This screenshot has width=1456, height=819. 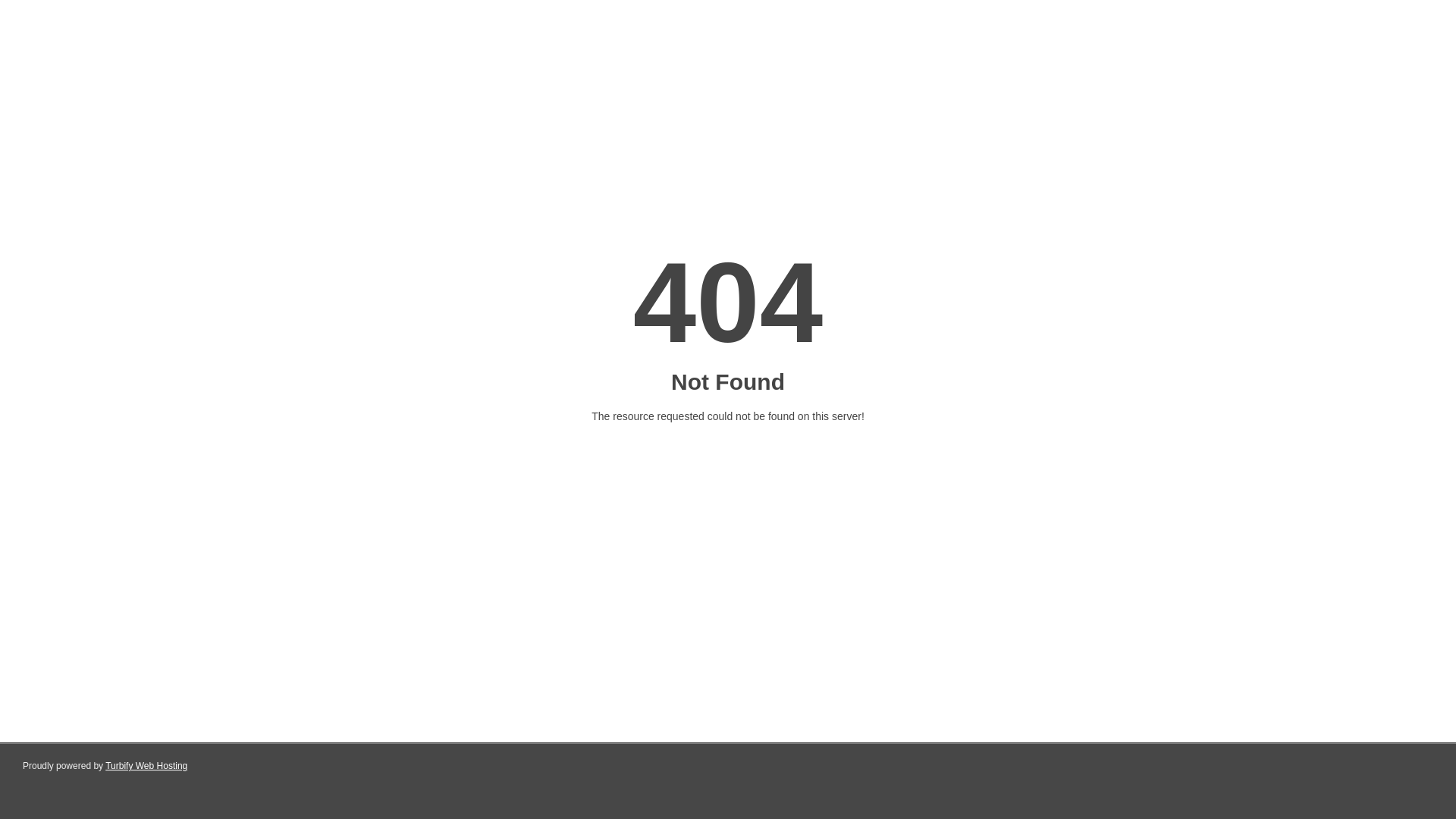 What do you see at coordinates (146, 766) in the screenshot?
I see `'Turbify Web Hosting'` at bounding box center [146, 766].